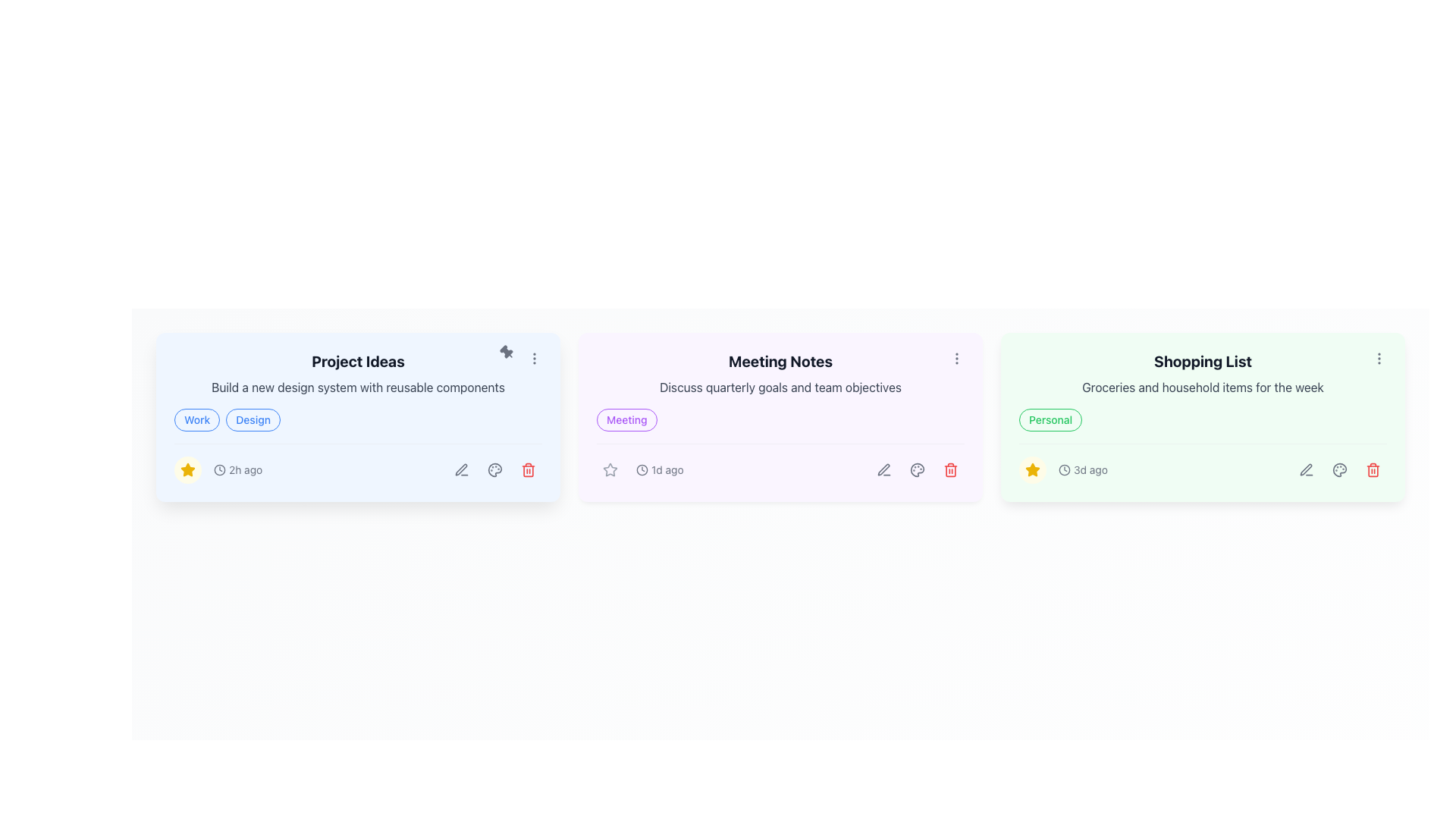 Image resolution: width=1456 pixels, height=819 pixels. I want to click on the Timestamp label located in the lower-left section of the 'Meeting Notes' card, adjacent to the star icon, so click(640, 469).